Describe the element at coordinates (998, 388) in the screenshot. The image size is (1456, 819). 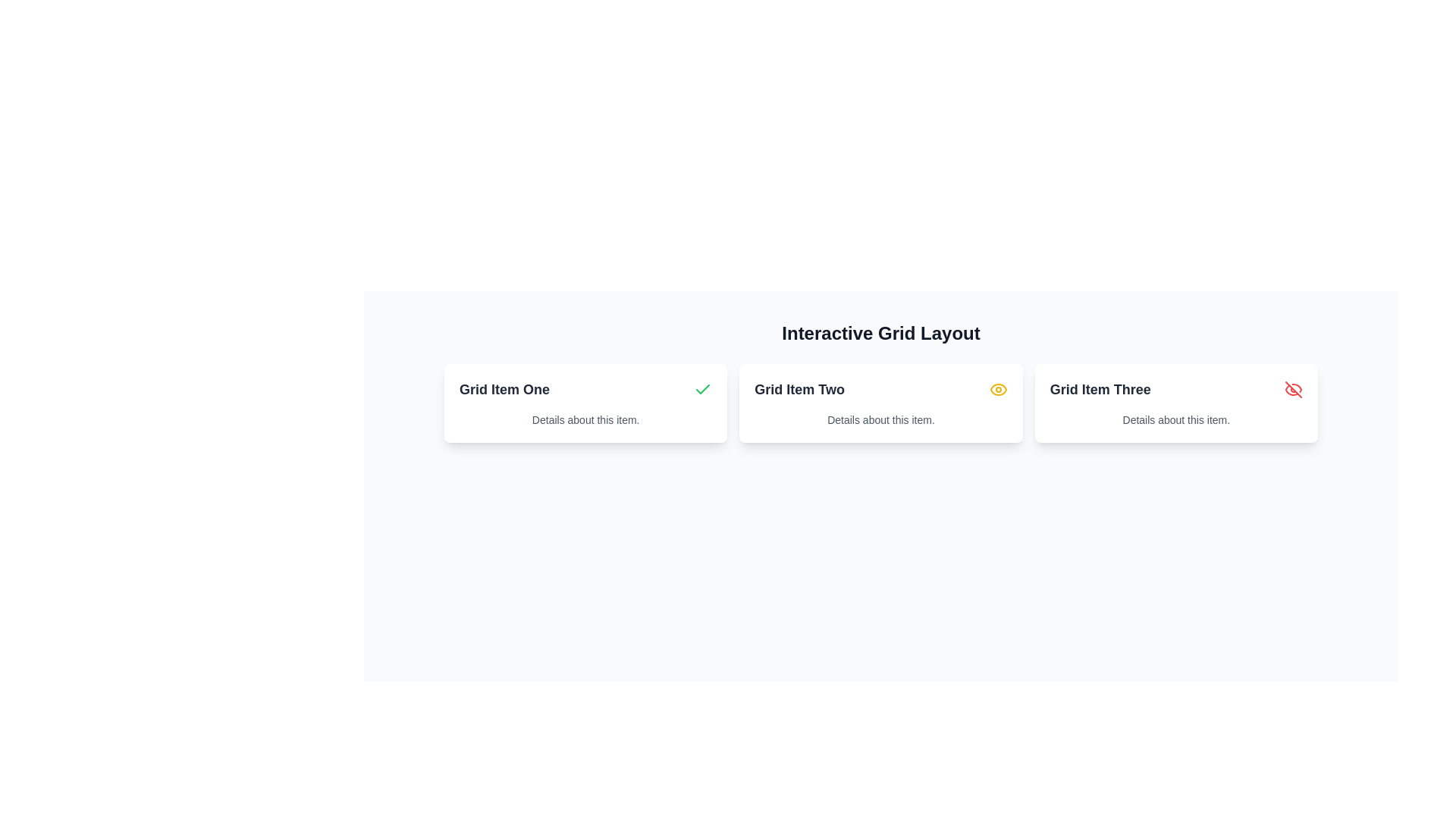
I see `the visibility icon located at the right side of 'Grid Item Two', which is` at that location.